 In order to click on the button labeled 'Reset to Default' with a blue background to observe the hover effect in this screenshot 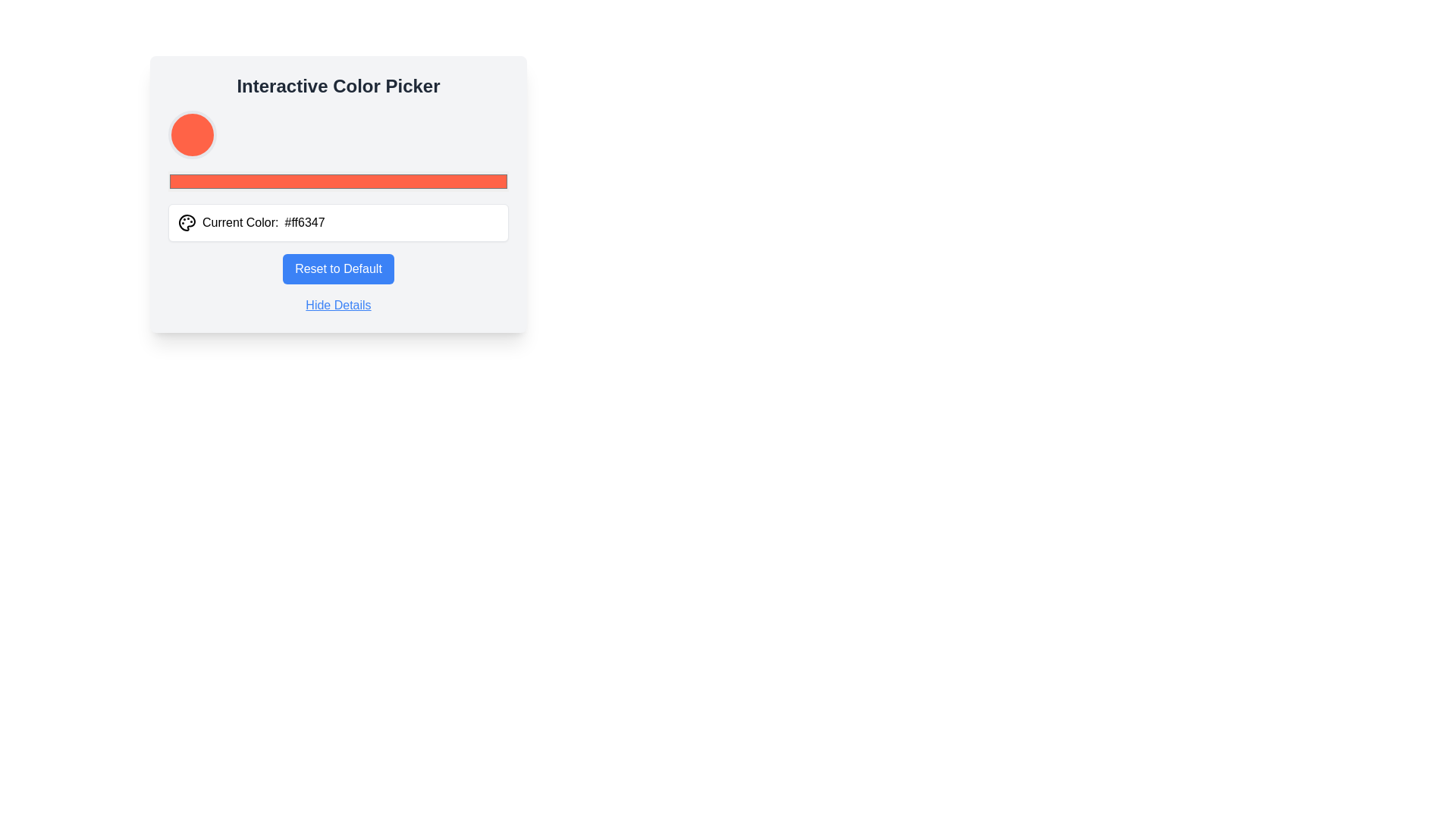, I will do `click(337, 268)`.